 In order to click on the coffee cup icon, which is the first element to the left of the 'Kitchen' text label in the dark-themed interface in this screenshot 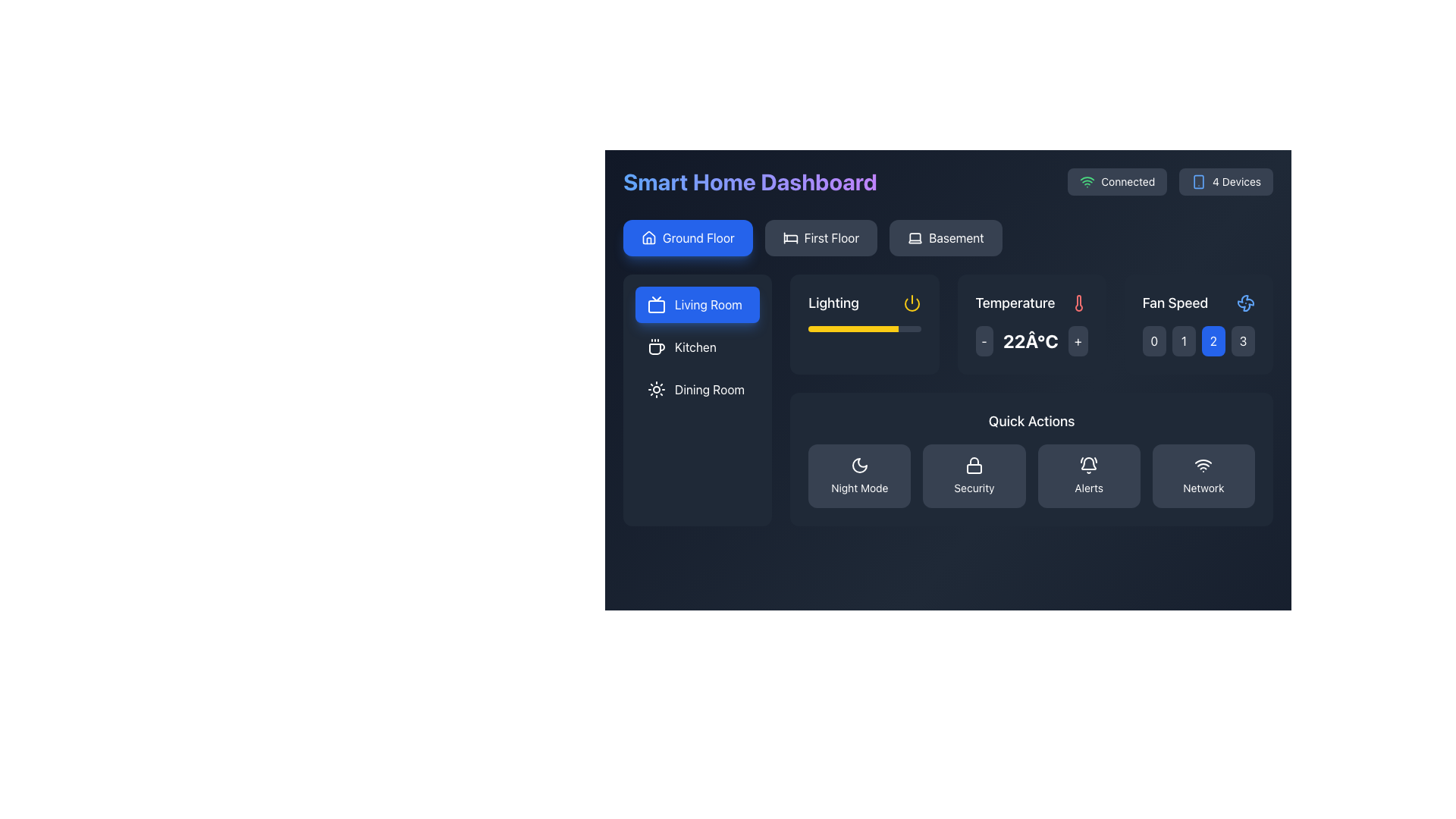, I will do `click(656, 347)`.